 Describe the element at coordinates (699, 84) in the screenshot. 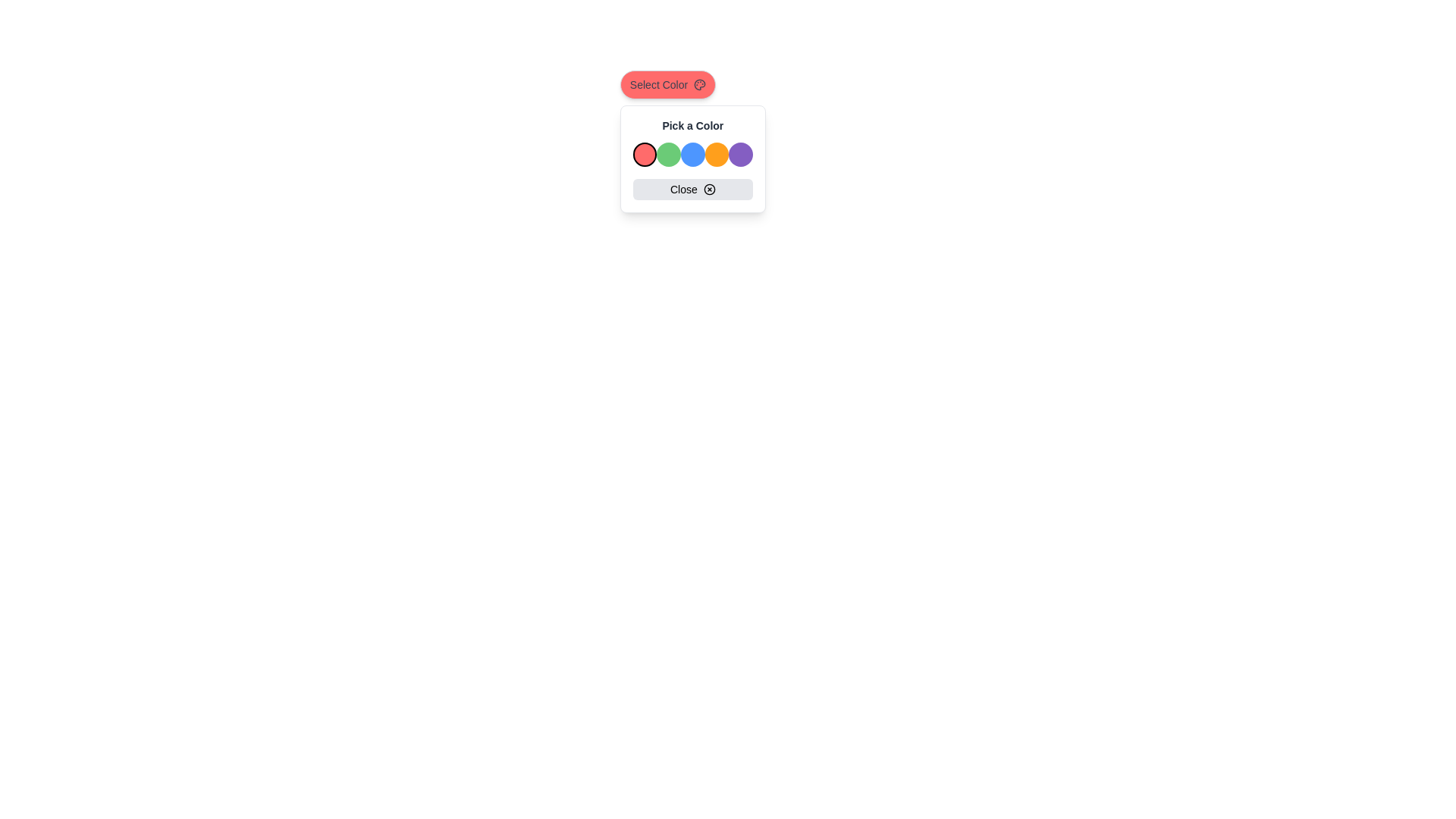

I see `the palette icon located next to the 'Select Color' label in the interface, which is part of a group of circular elements with a similar color scheme` at that location.